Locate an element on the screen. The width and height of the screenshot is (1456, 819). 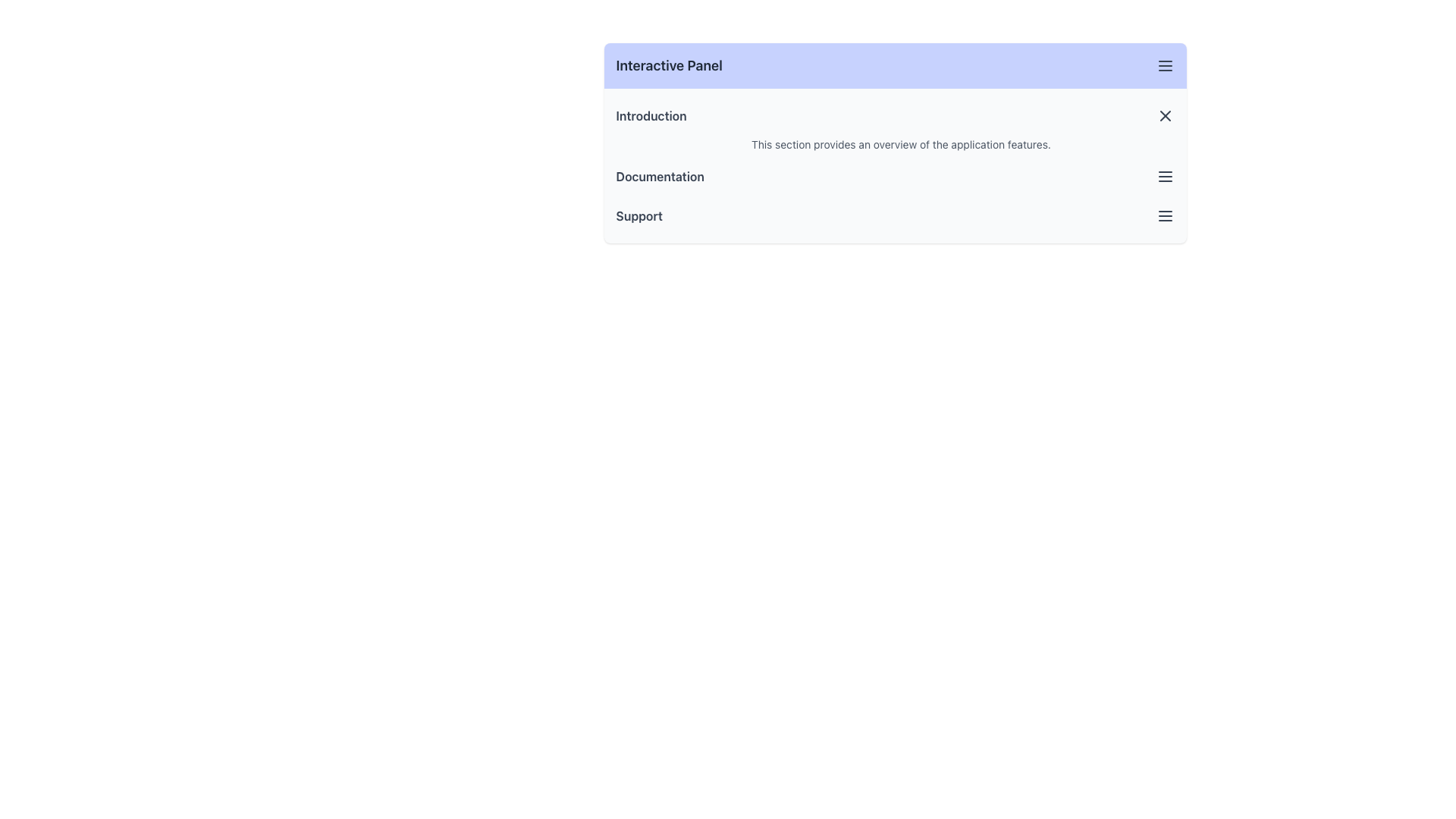
the close button icon located at the top-right corner of the 'Interactive Panel' is located at coordinates (1164, 115).